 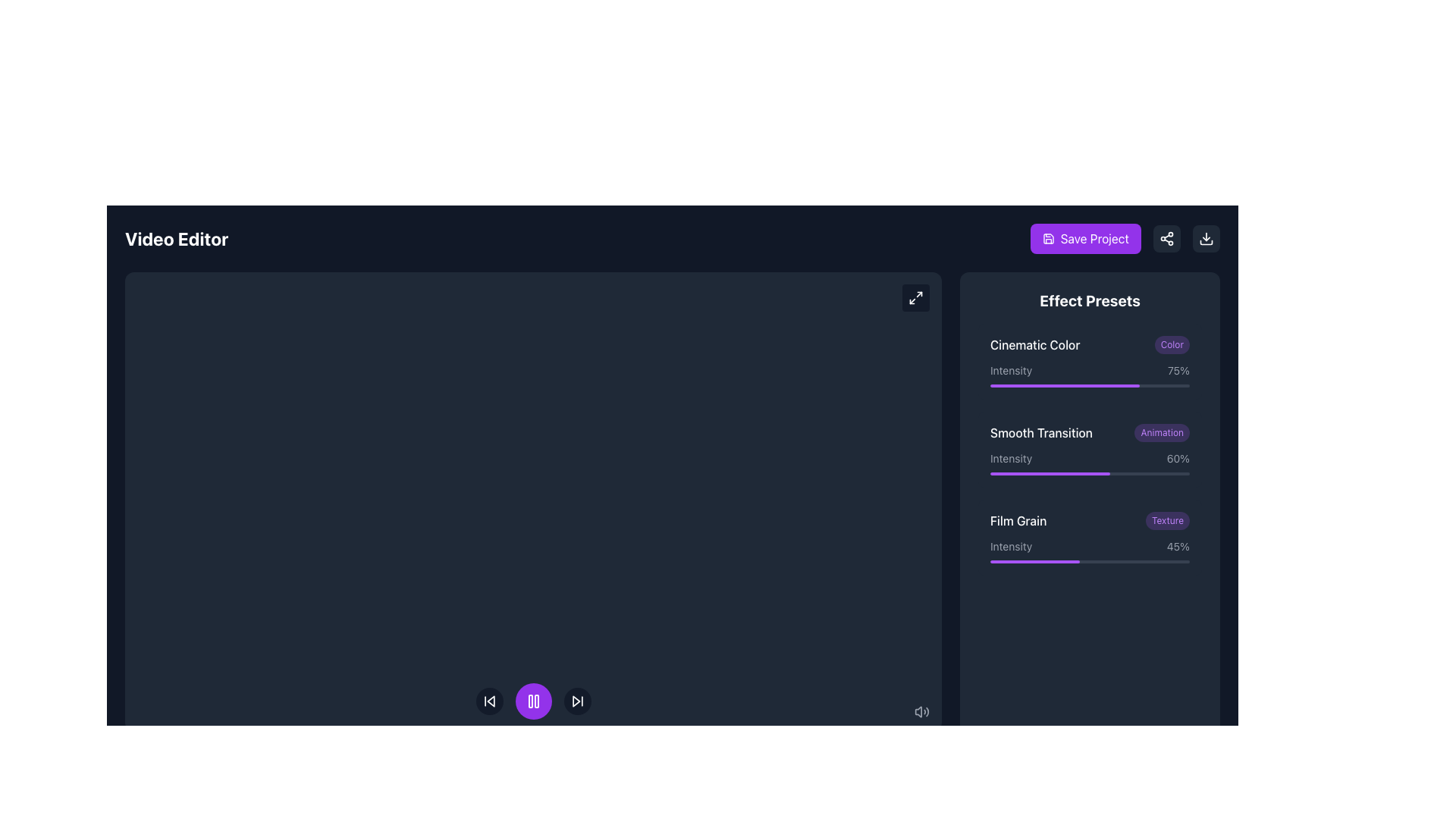 What do you see at coordinates (1069, 385) in the screenshot?
I see `Cinematic Color Intensity` at bounding box center [1069, 385].